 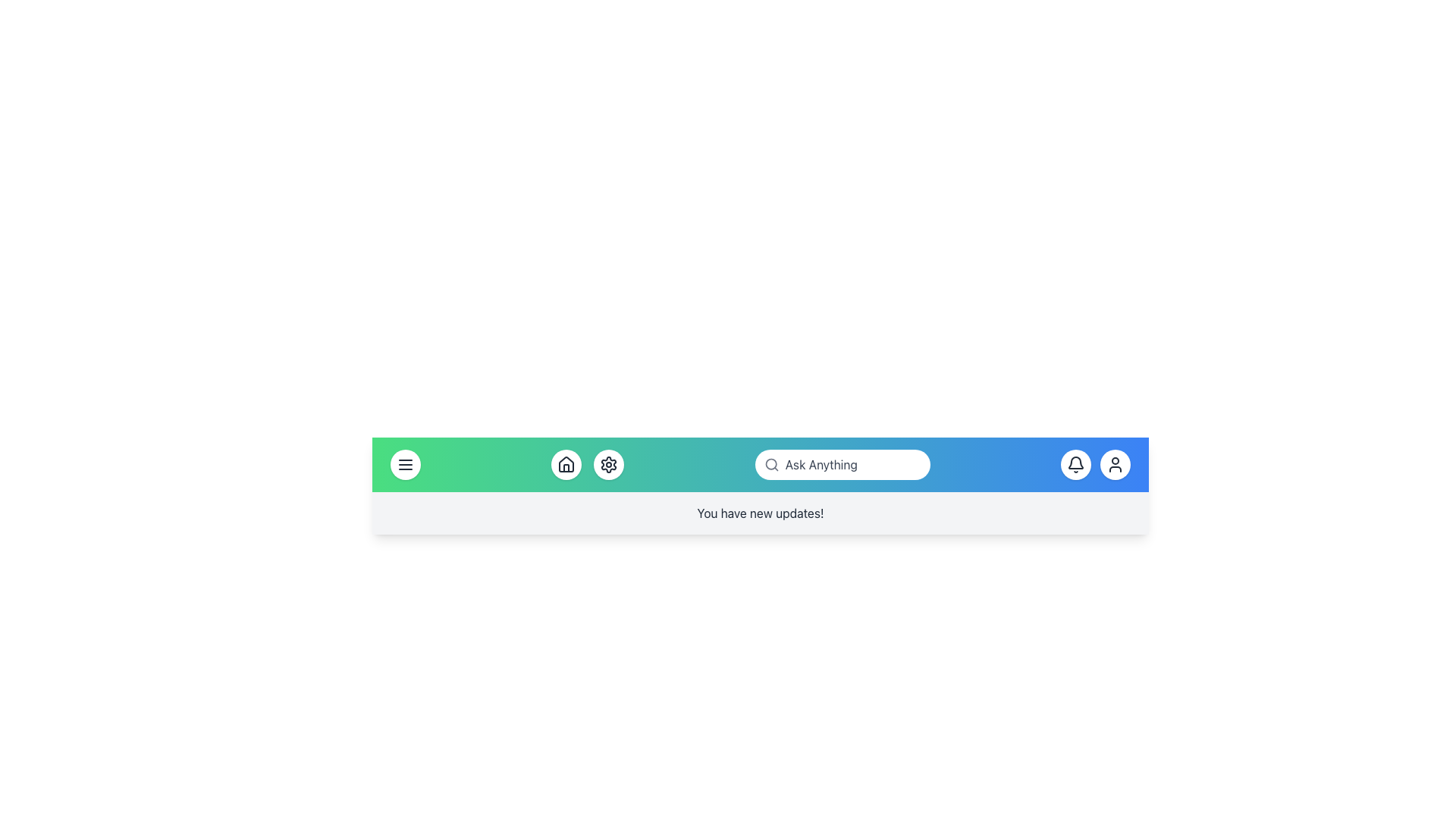 I want to click on the house icon, which is a minimalist line art design within a circular button located in the navigation bar at the bottom of the interface, so click(x=566, y=464).